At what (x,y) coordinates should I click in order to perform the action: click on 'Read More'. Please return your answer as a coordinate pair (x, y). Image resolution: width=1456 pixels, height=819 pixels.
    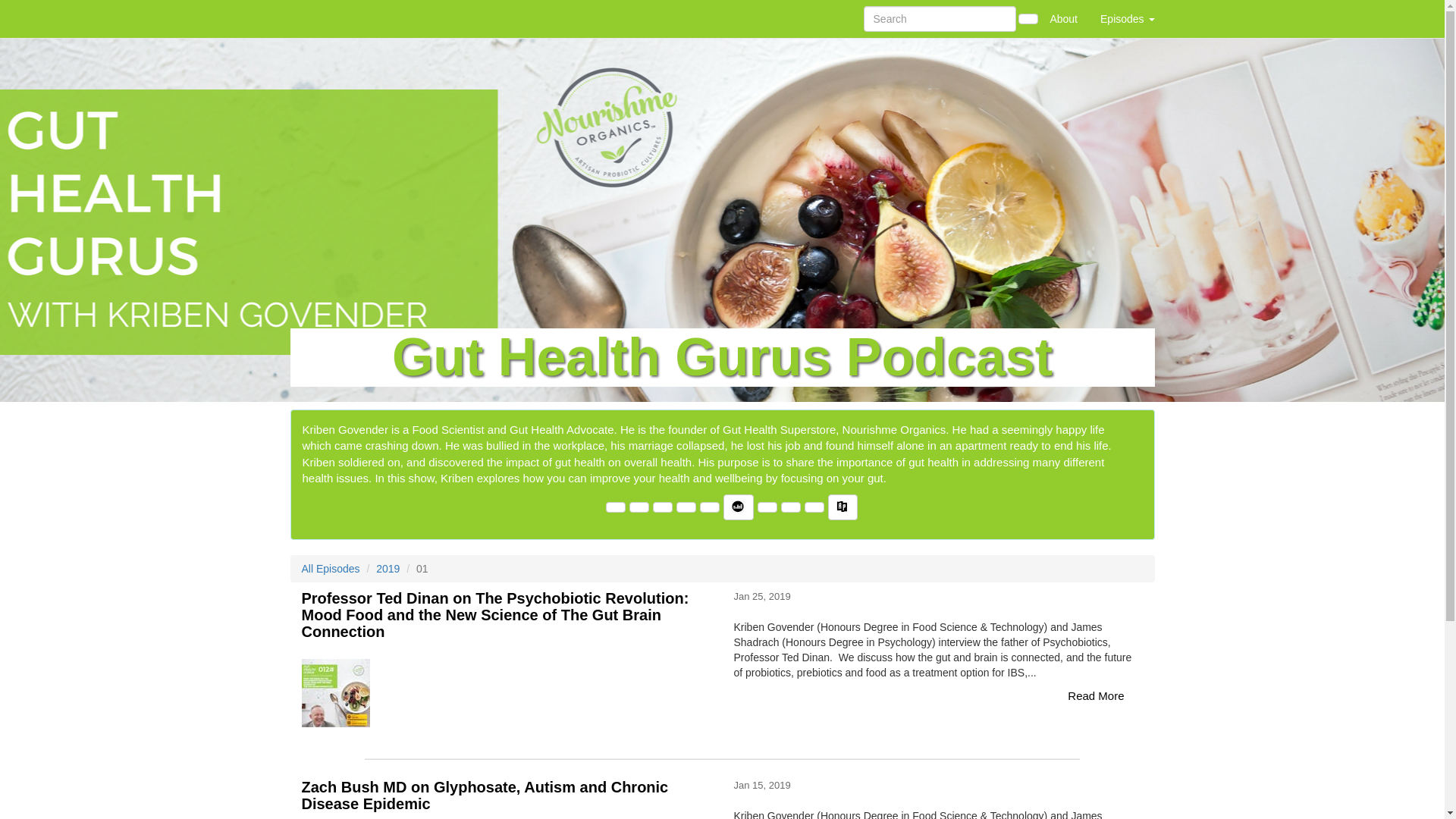
    Looking at the image, I should click on (1095, 695).